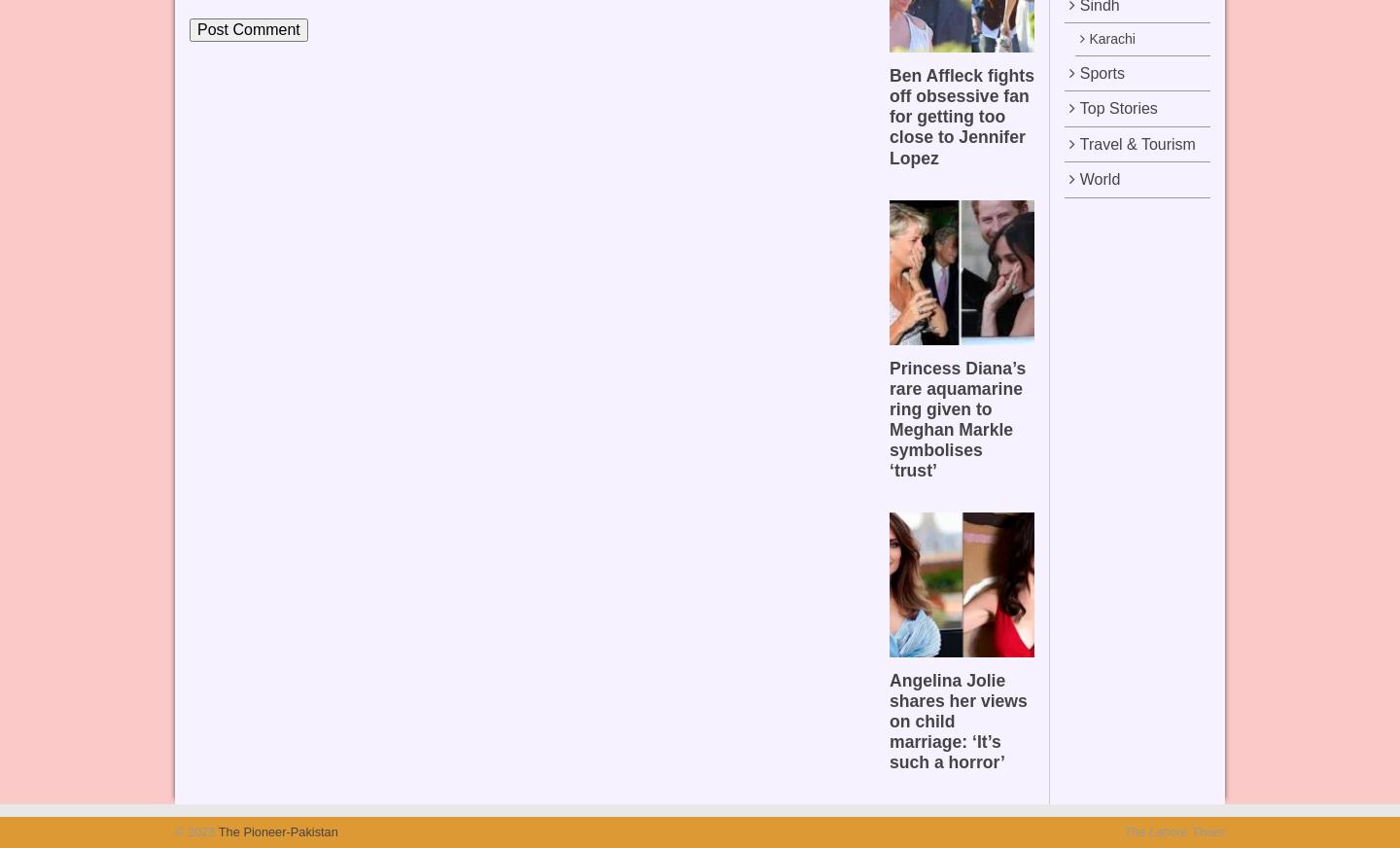  I want to click on 'The Lahore Times', so click(1173, 831).